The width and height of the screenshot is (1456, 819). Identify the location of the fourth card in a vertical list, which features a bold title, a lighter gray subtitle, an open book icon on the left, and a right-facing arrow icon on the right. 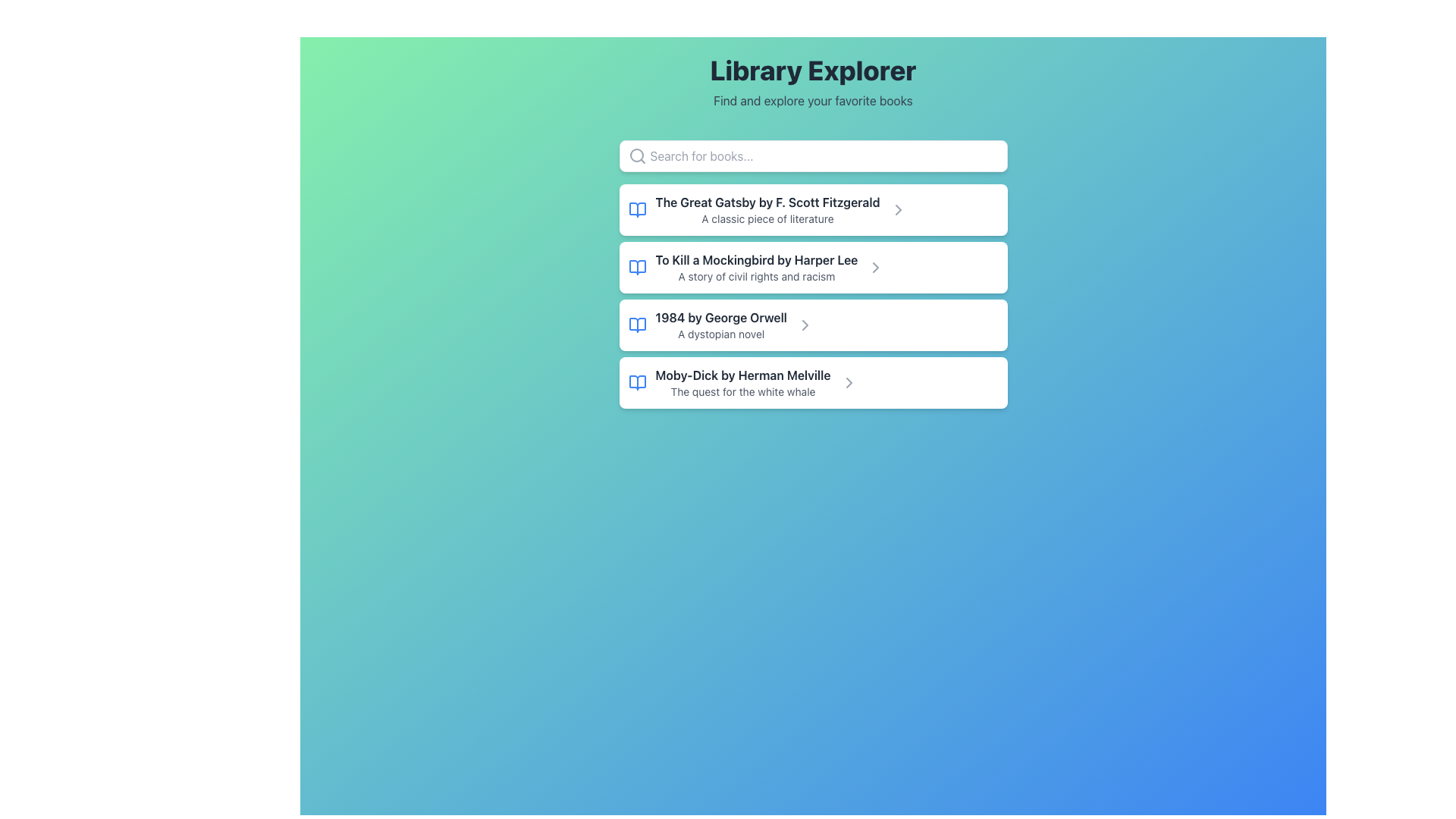
(812, 382).